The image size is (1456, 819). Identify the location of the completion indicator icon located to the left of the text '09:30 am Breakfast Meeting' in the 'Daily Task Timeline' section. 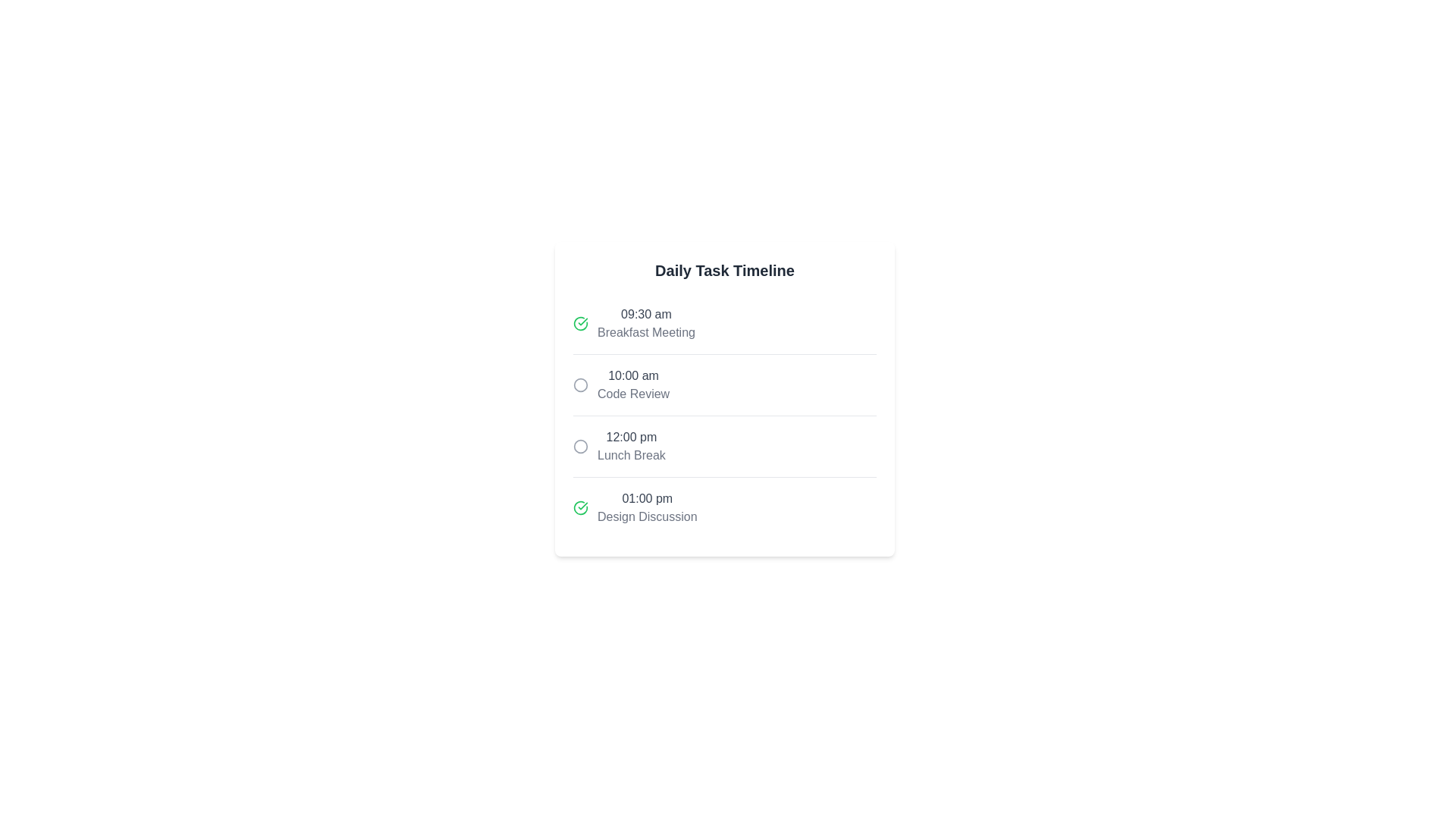
(580, 323).